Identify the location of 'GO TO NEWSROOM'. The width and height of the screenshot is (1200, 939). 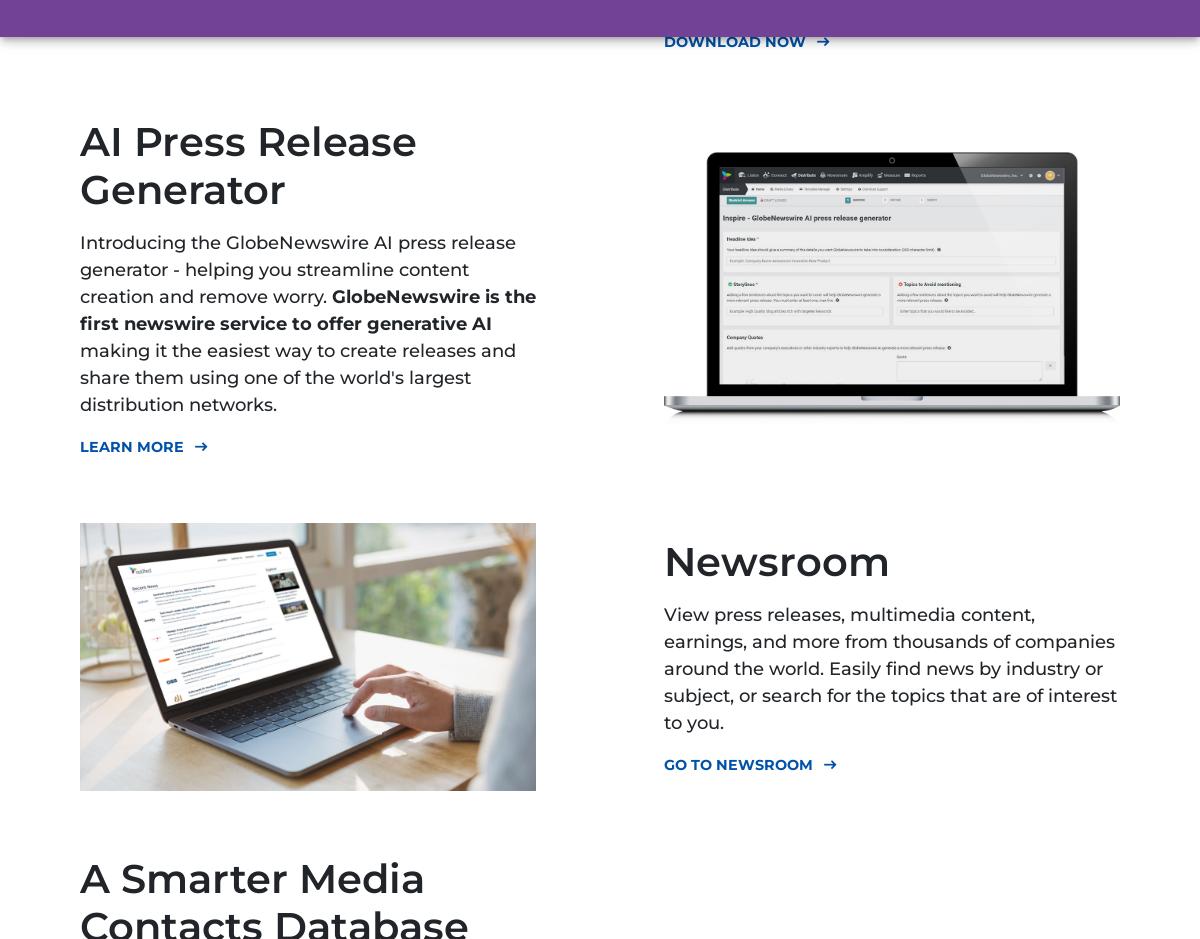
(738, 762).